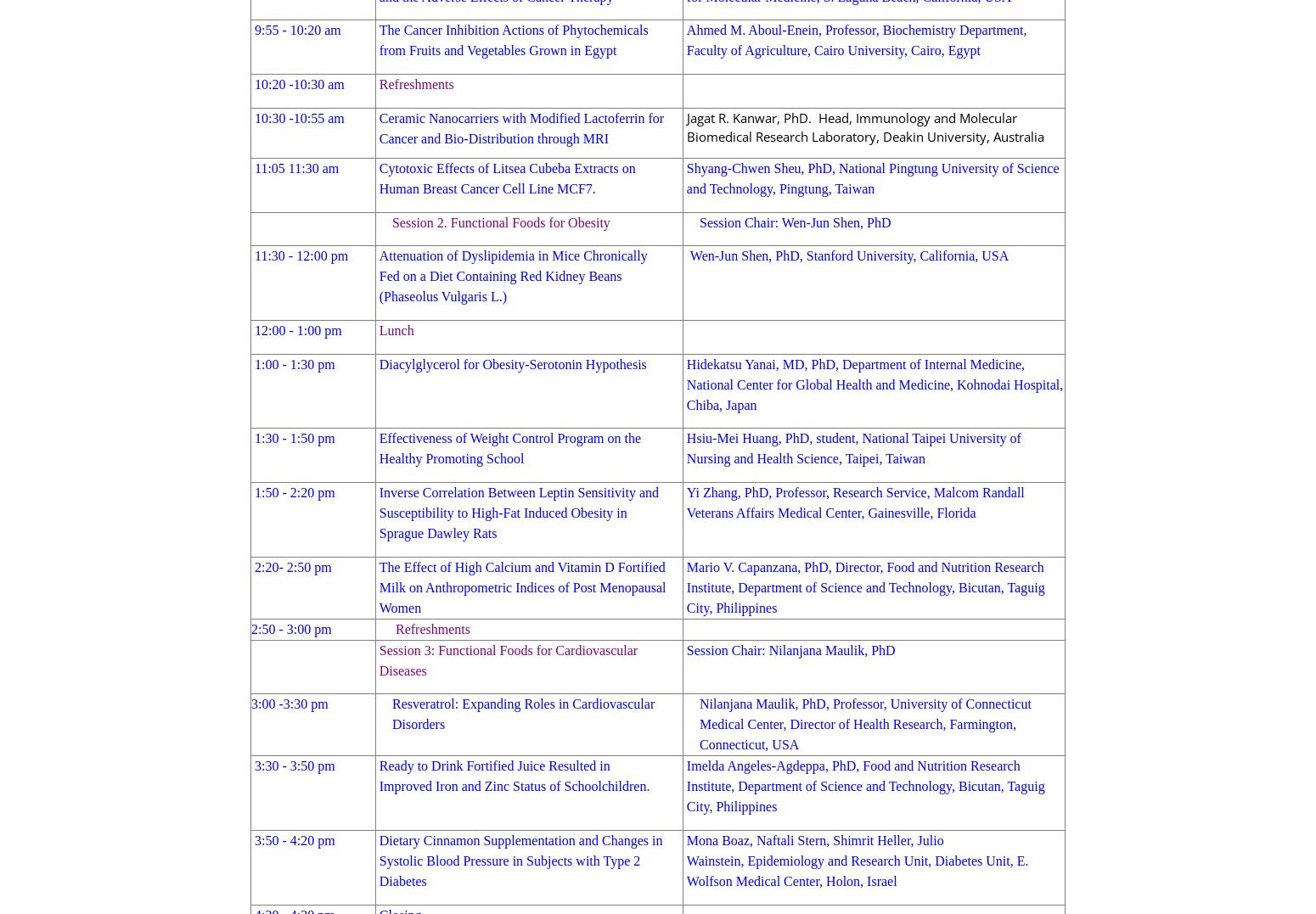 The height and width of the screenshot is (914, 1316). Describe the element at coordinates (513, 276) in the screenshot. I see `'Attenuation of Dyslipidemia in Mice Chronically Fed on a Diet Containing Red Kidney Beans (Phaseolus Vulgaris L.)'` at that location.